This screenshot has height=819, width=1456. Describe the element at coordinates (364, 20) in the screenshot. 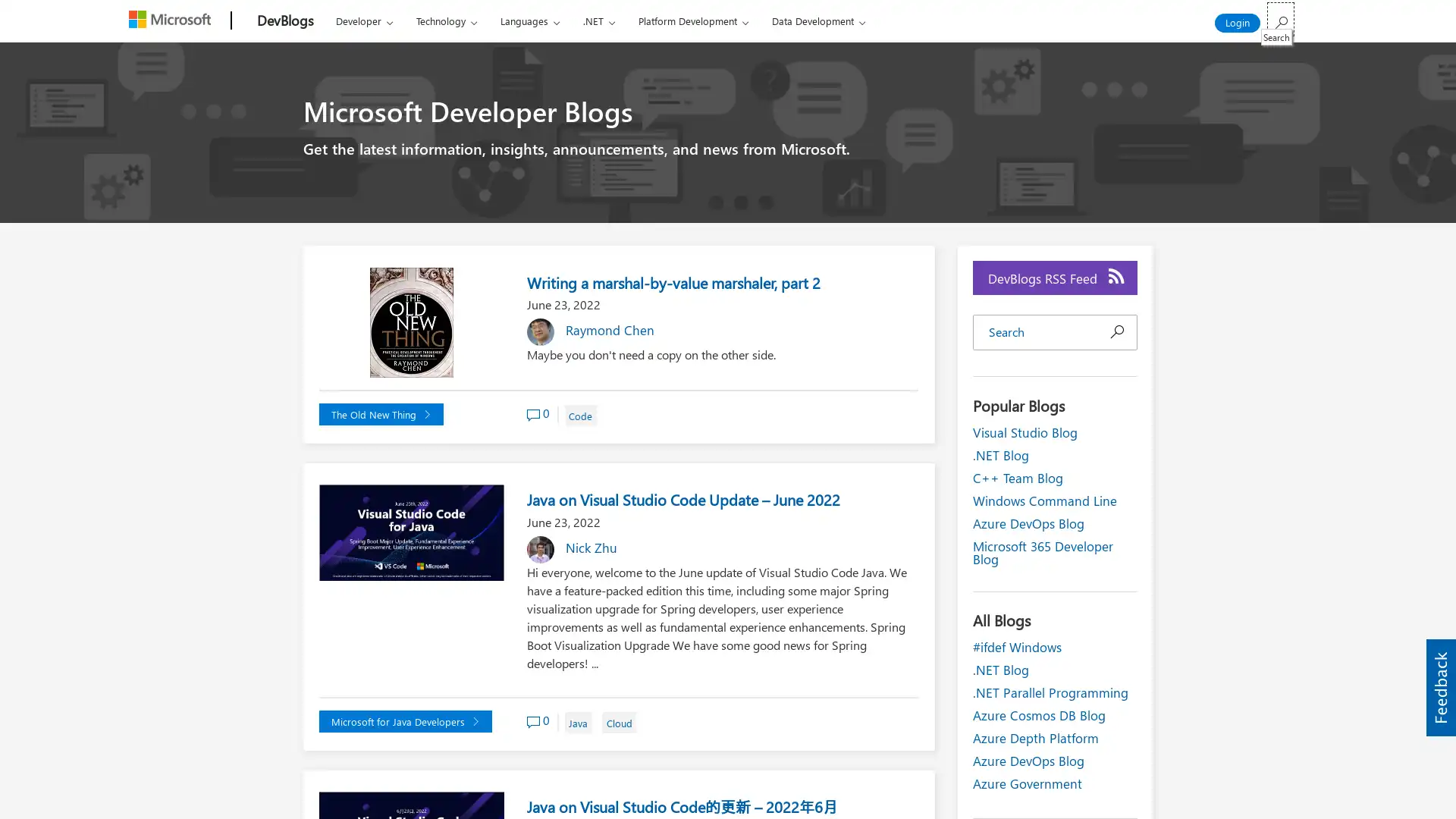

I see `Developer` at that location.